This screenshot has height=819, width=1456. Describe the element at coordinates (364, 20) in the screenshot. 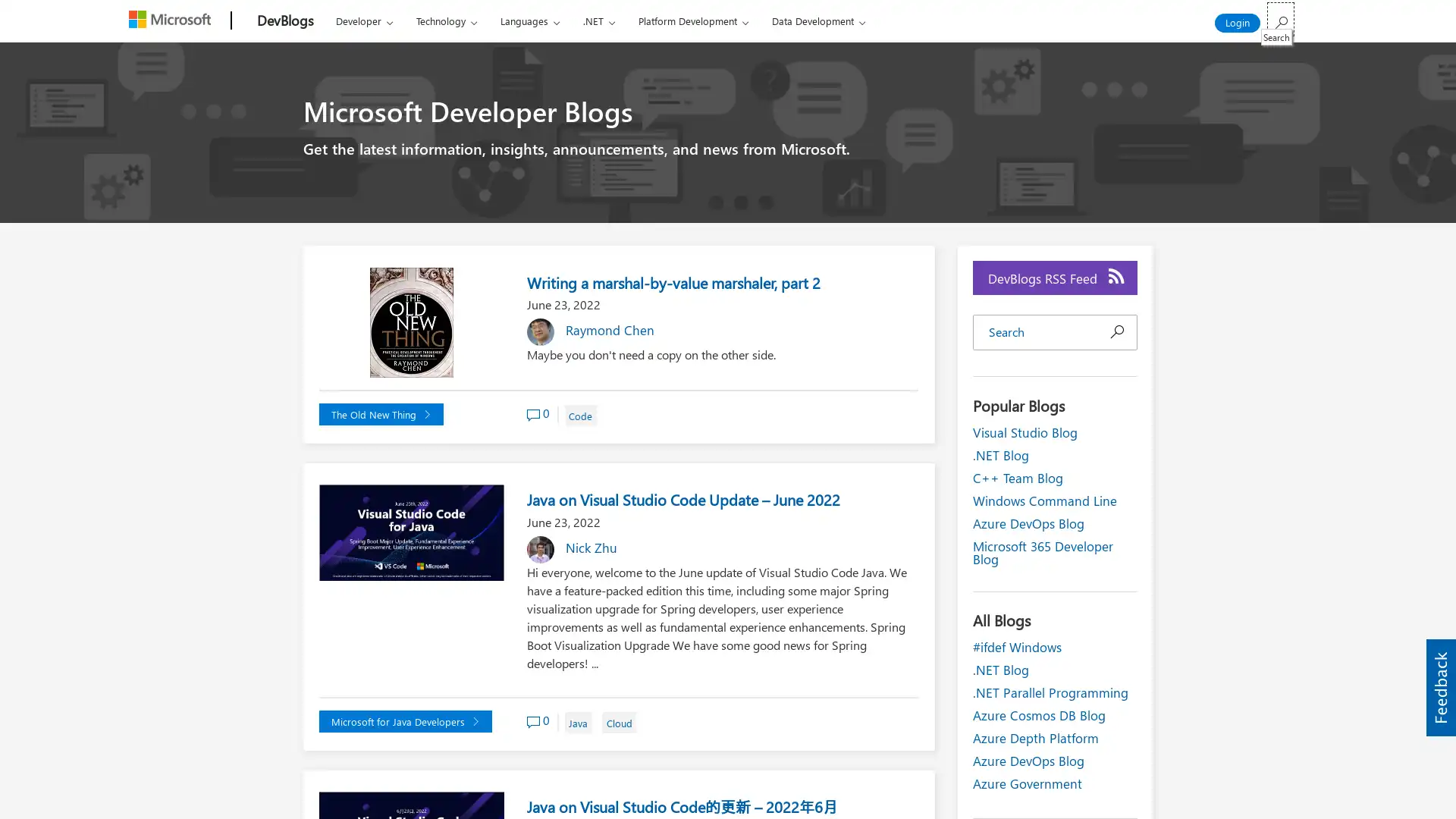

I see `Developer` at that location.